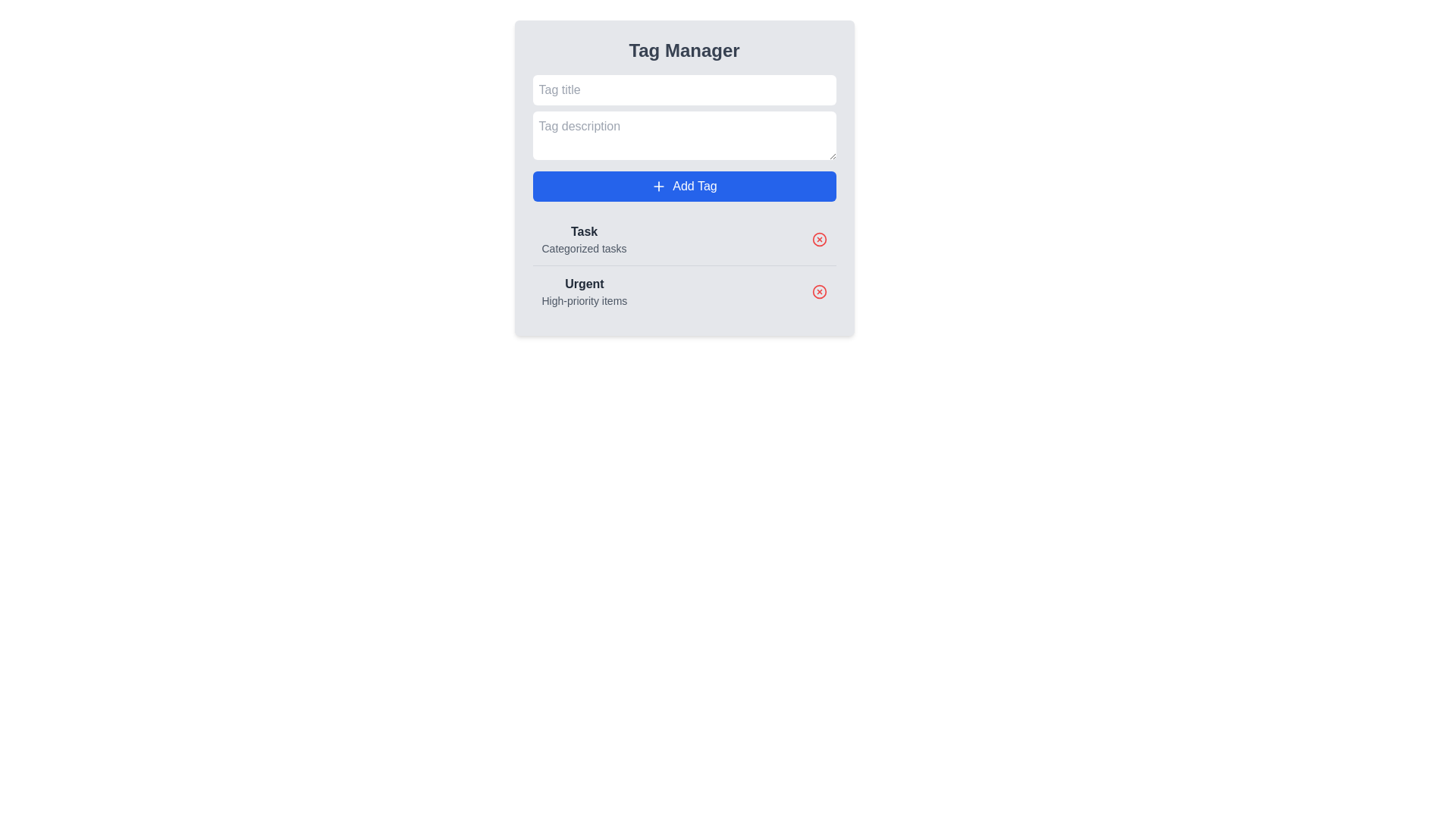  What do you see at coordinates (583, 231) in the screenshot?
I see `the static text element displaying 'Task' in bold, located in the 'Tag Manager' section, positioned above 'Categorized tasks'` at bounding box center [583, 231].